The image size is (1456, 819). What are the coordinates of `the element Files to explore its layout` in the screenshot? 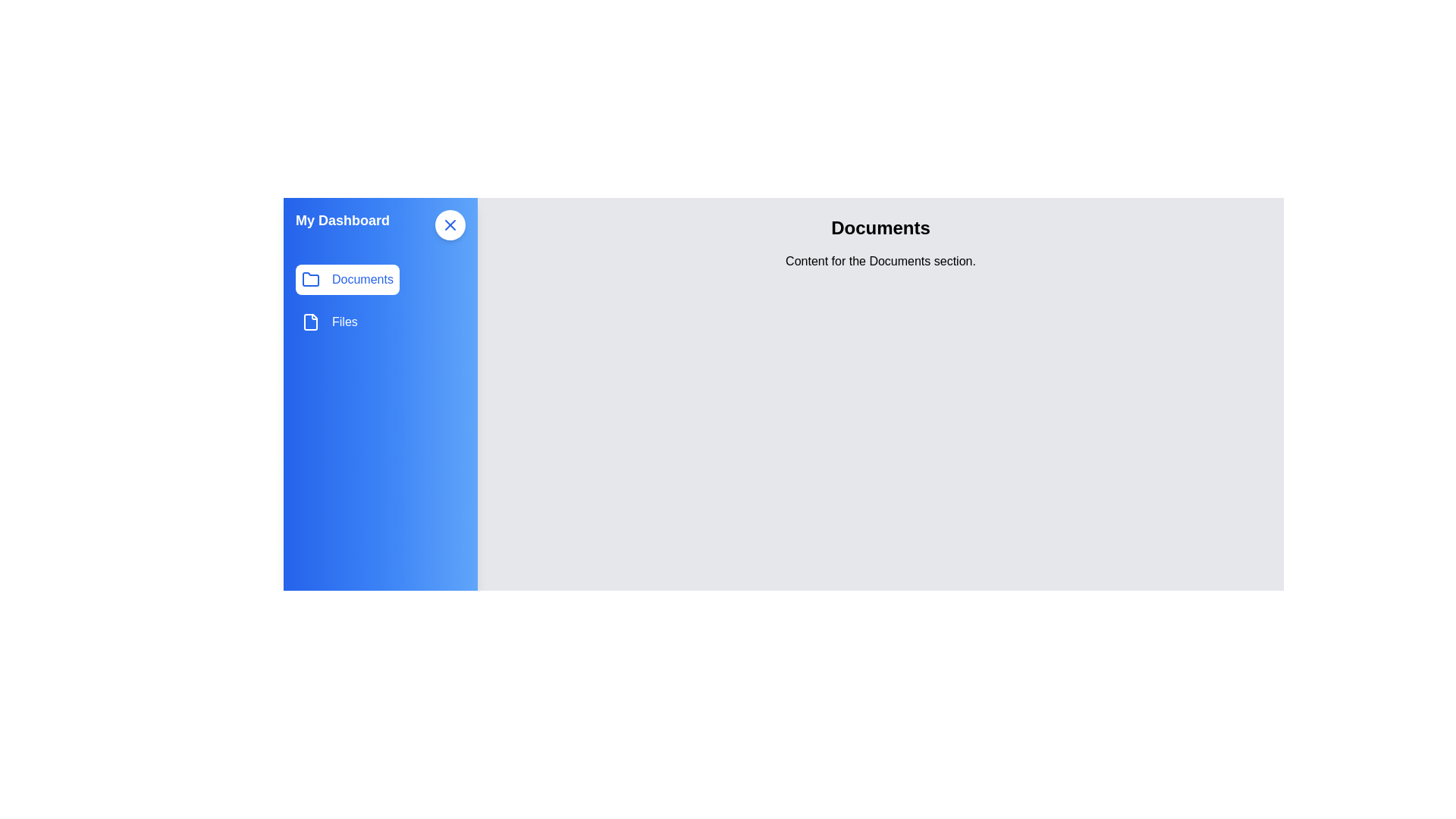 It's located at (328, 321).